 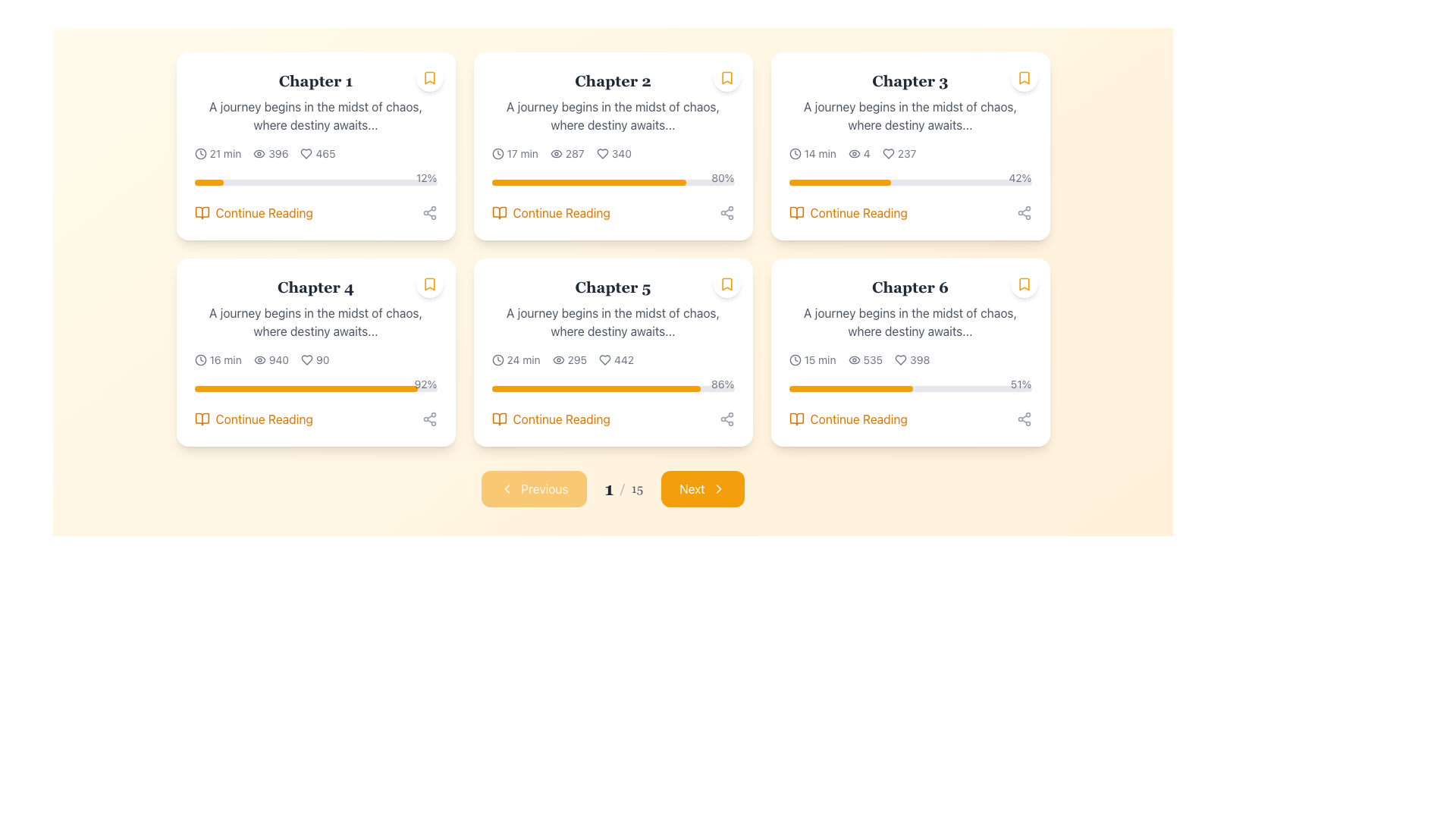 What do you see at coordinates (315, 178) in the screenshot?
I see `progress value displayed on the progress bar located in the Chapter 1 card, which is horizontally aligned below the numerical statistics and above the 'Continue Reading' button` at bounding box center [315, 178].